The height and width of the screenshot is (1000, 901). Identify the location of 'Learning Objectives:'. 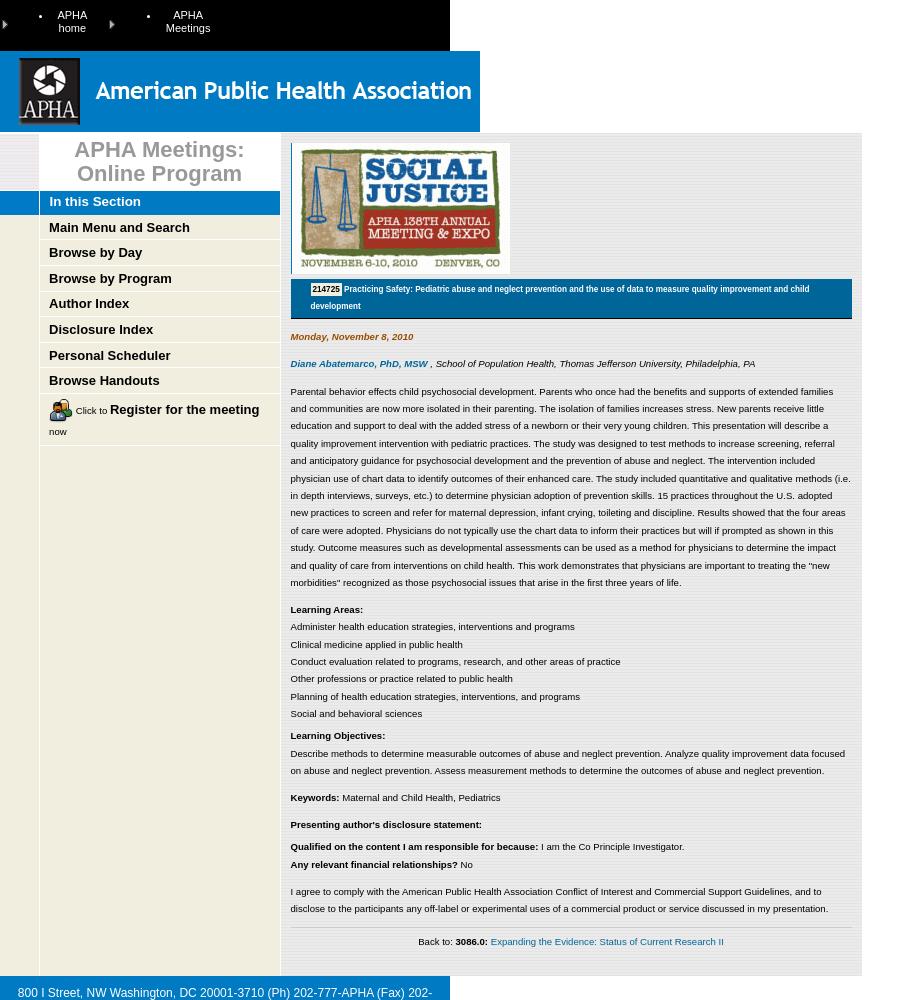
(290, 734).